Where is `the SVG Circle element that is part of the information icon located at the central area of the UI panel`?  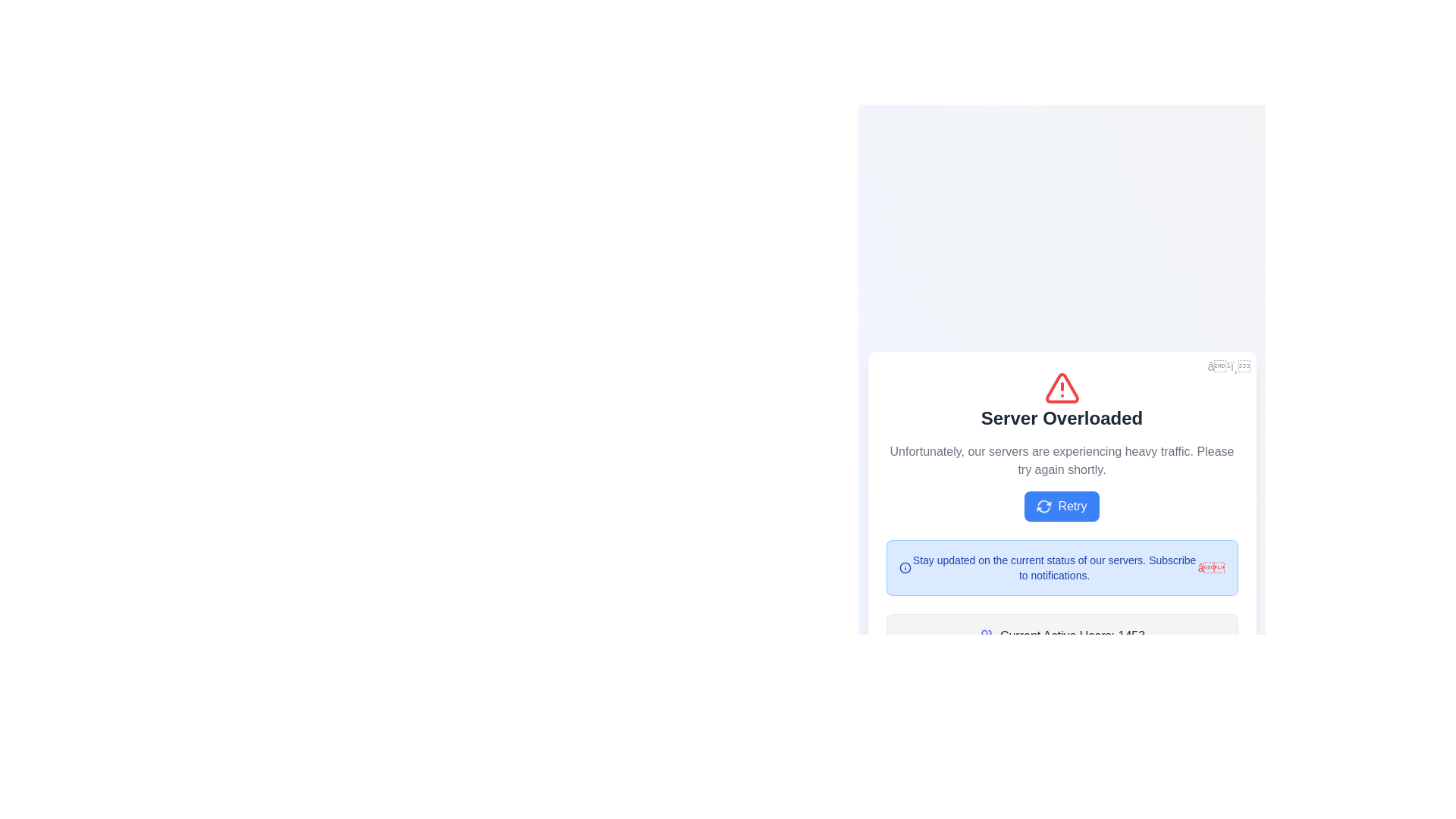 the SVG Circle element that is part of the information icon located at the central area of the UI panel is located at coordinates (905, 567).